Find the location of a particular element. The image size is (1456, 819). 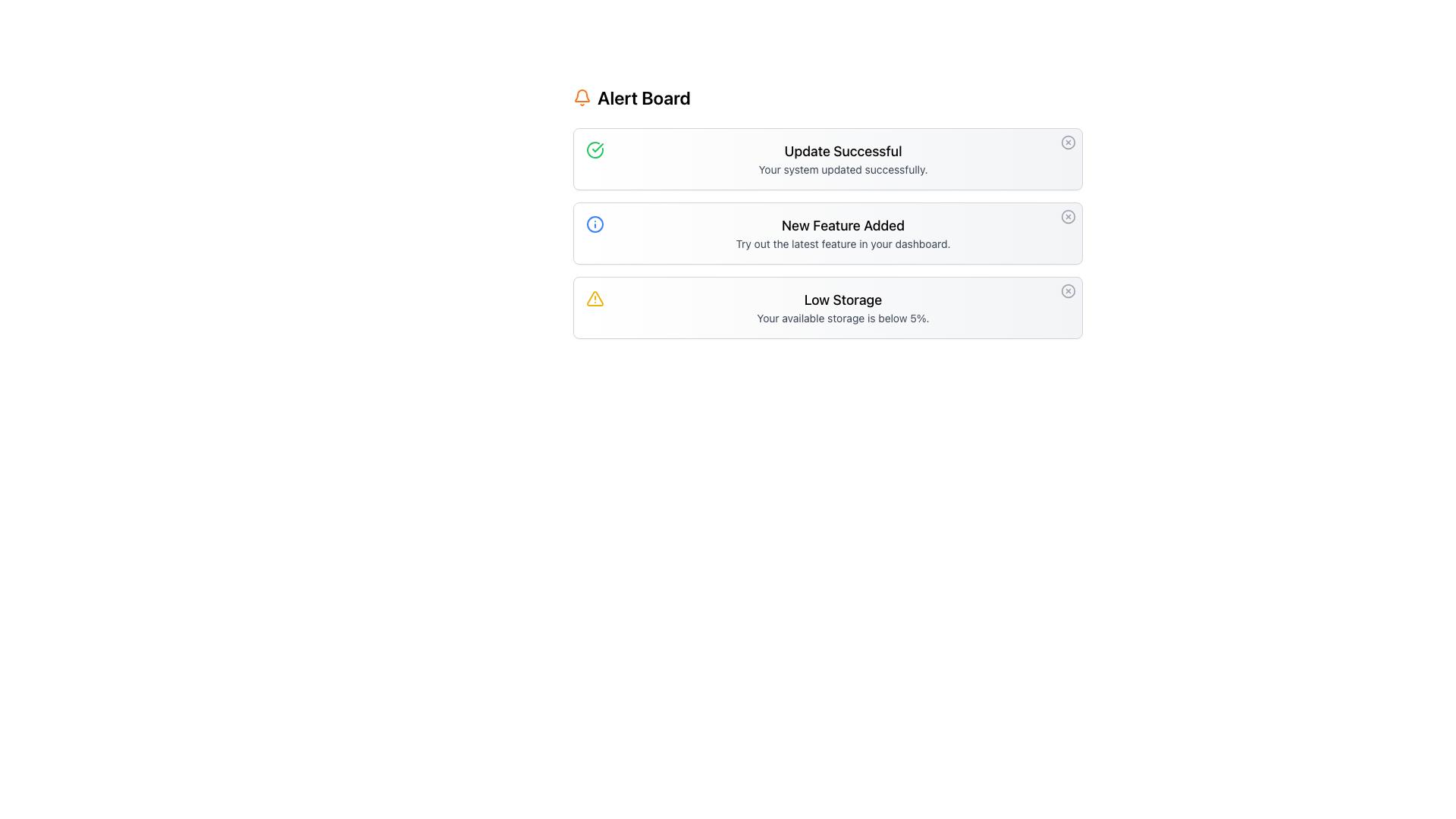

the button located at the top-right corner of the 'Update Successful' alert card is located at coordinates (1068, 143).